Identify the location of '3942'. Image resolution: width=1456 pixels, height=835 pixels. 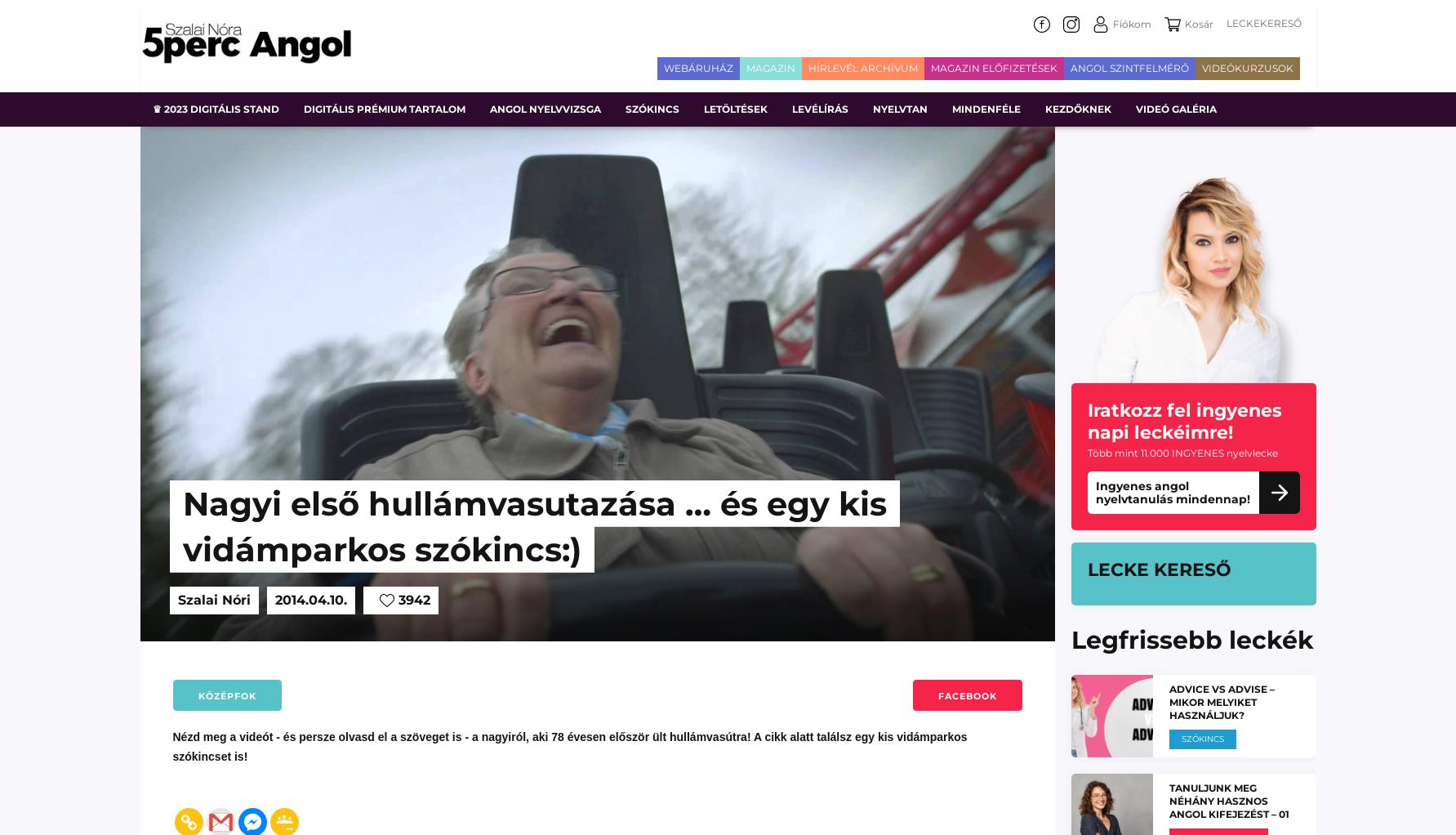
(397, 599).